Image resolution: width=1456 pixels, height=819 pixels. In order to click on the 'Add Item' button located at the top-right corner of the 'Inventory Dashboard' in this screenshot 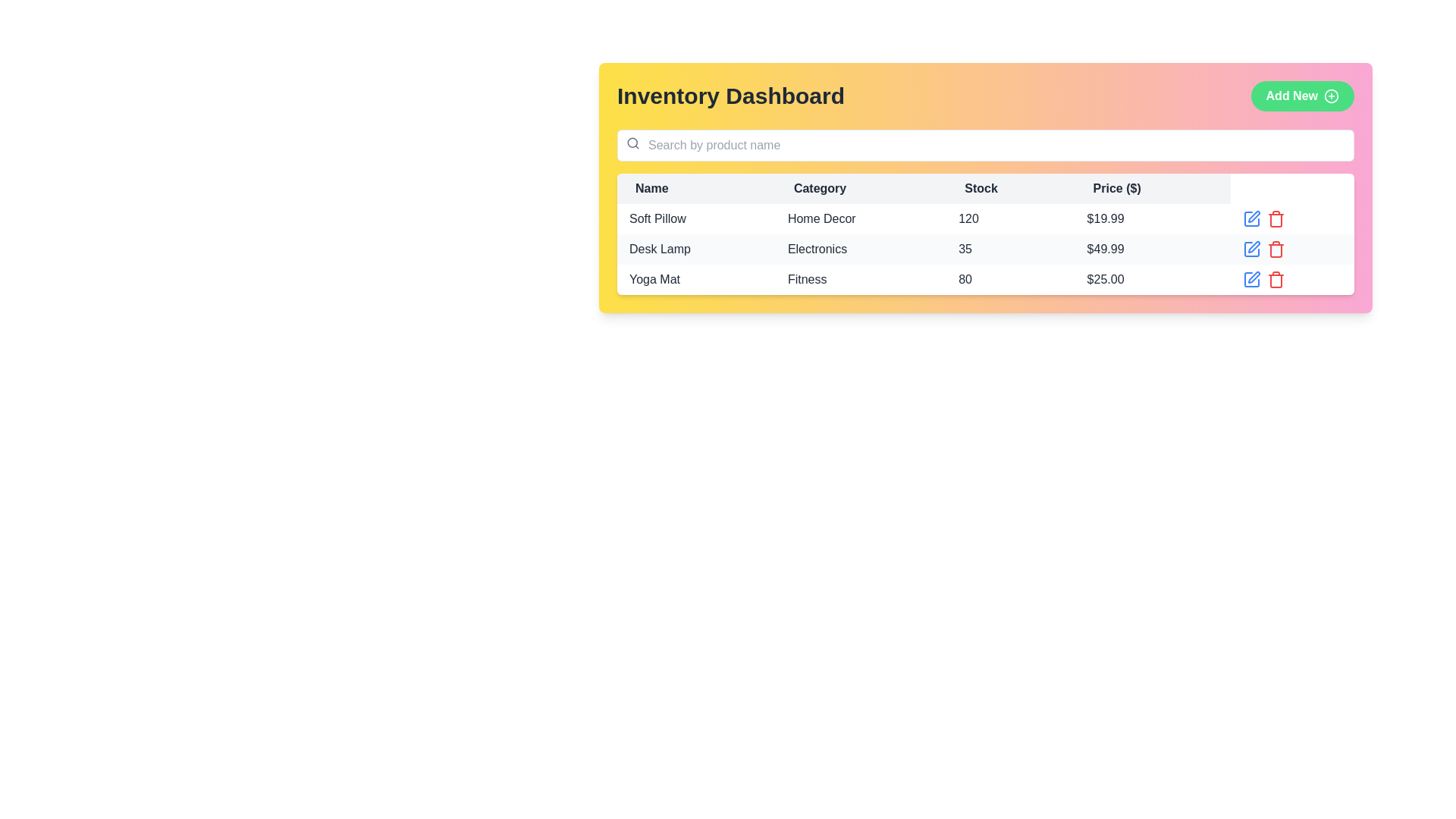, I will do `click(1301, 96)`.